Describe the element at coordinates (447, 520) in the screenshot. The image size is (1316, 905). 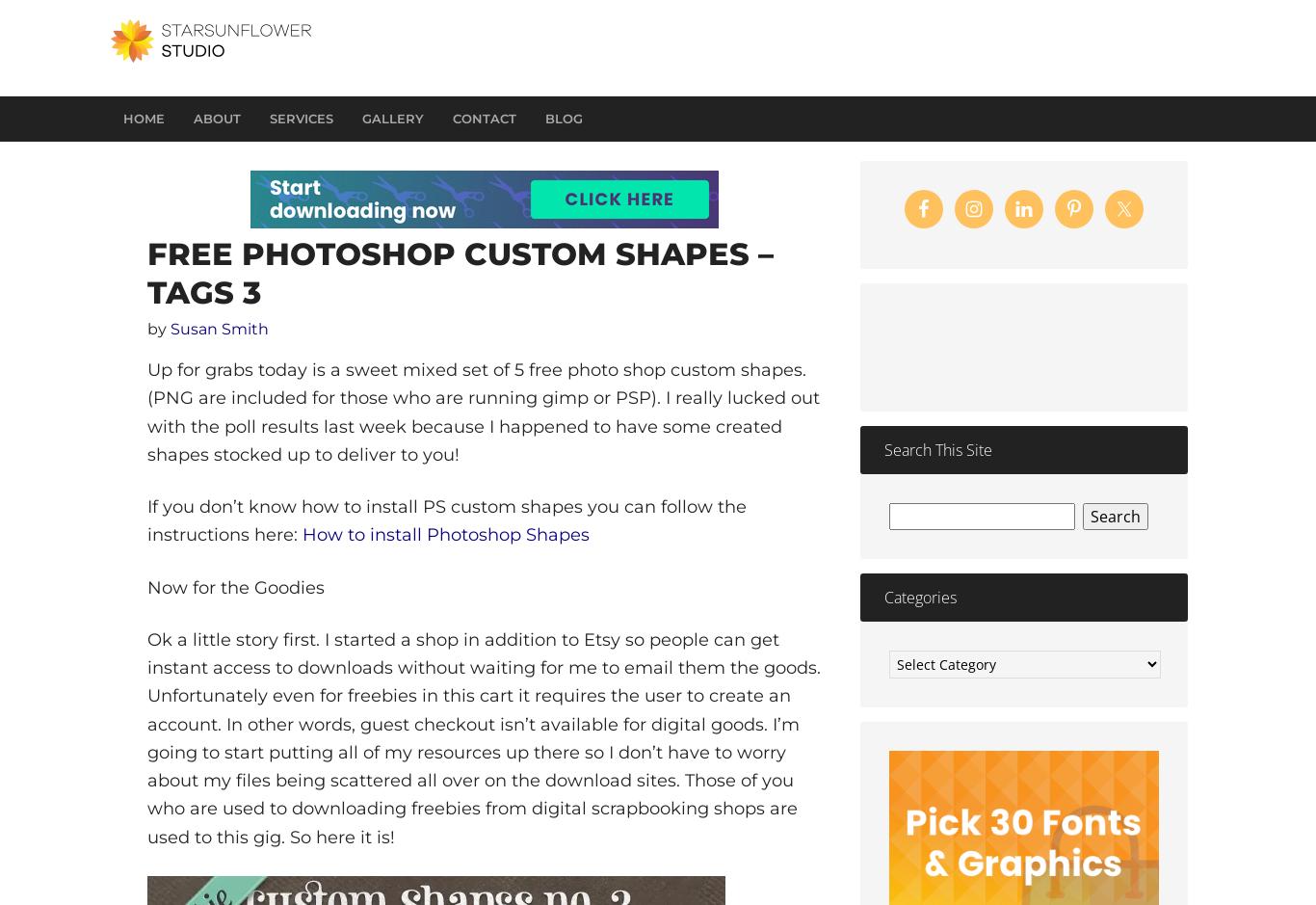
I see `'If you don’t know how to install PS custom shapes you can follow the instructions here:'` at that location.